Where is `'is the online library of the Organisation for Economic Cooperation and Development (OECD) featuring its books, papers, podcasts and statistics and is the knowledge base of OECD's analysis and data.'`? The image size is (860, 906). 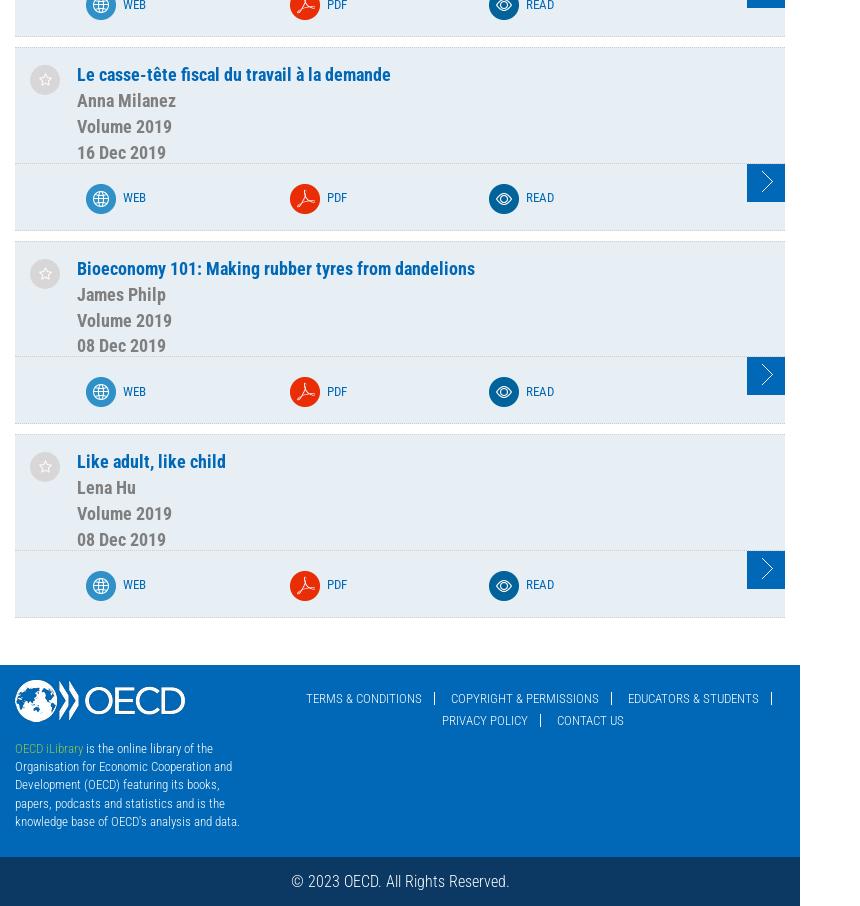 'is the online library of the Organisation for Economic Cooperation and Development (OECD) featuring its books, papers, podcasts and statistics and is the knowledge base of OECD's analysis and data.' is located at coordinates (127, 783).